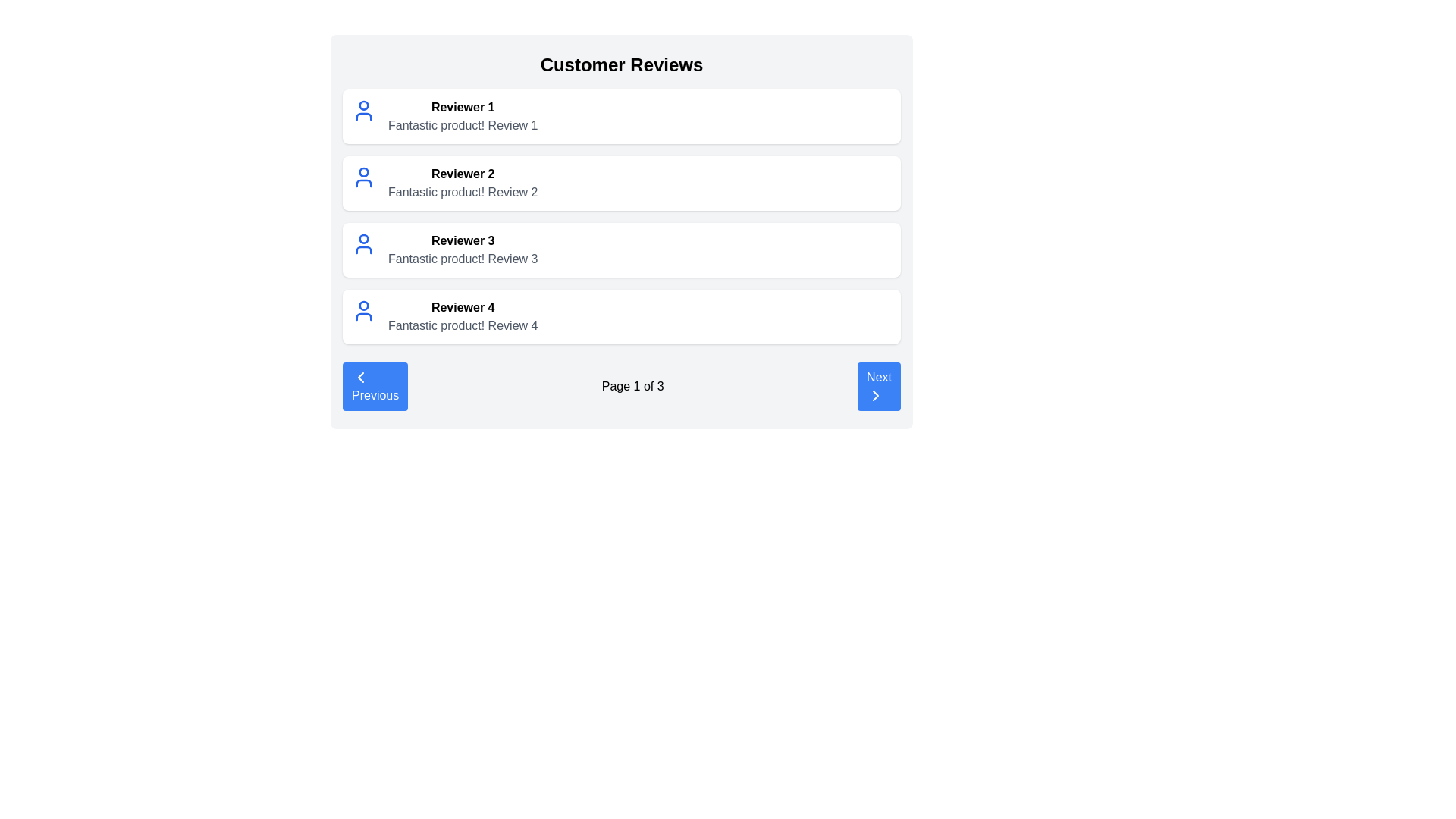 The image size is (1456, 819). What do you see at coordinates (462, 183) in the screenshot?
I see `text content of the second review entry displayed below 'Reviewer 1' and above 'Reviewer 3' in the review list` at bounding box center [462, 183].